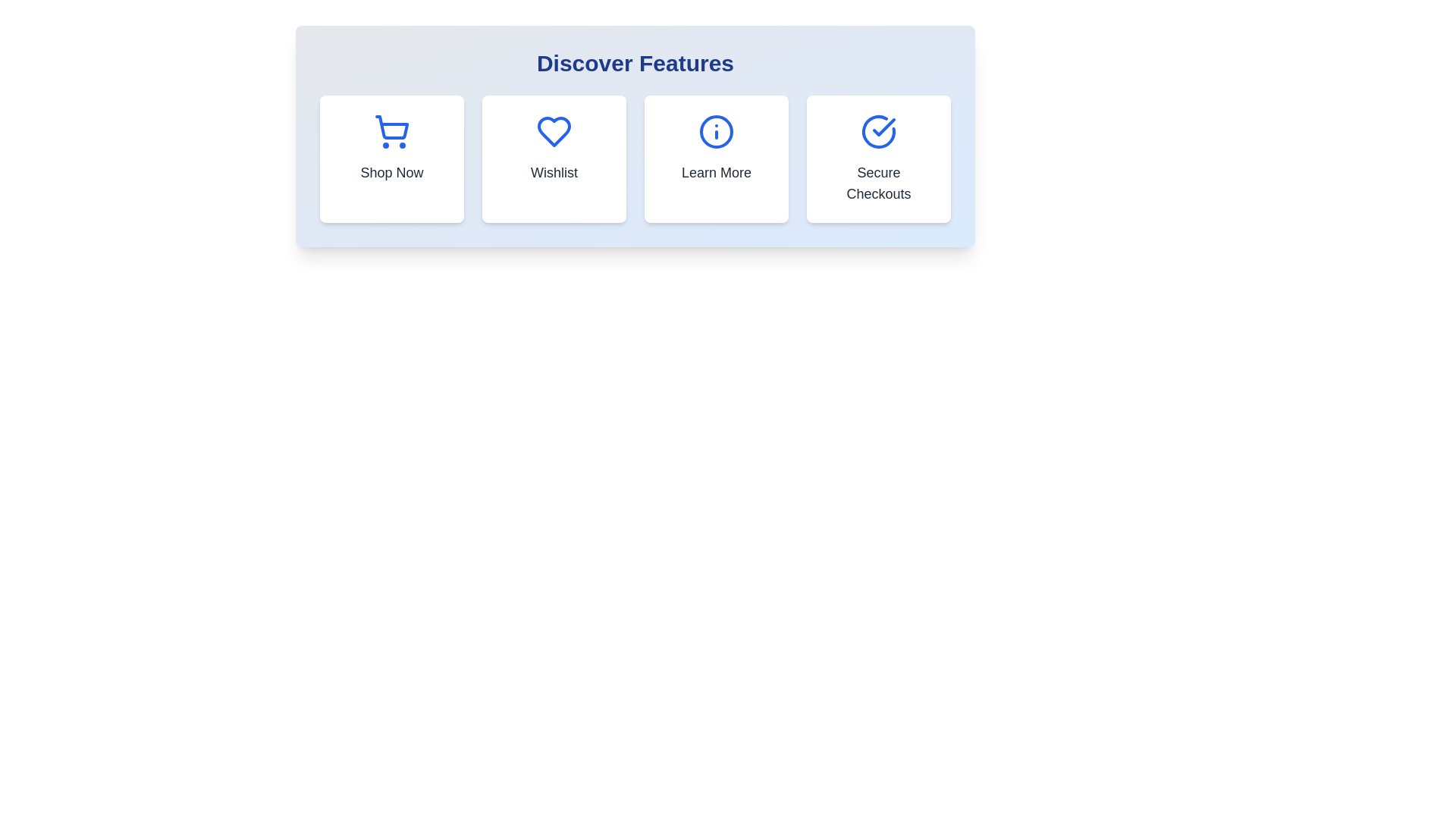 Image resolution: width=1456 pixels, height=819 pixels. Describe the element at coordinates (392, 171) in the screenshot. I see `text displayed in the 'Shop Now' text label, which is in large dark gray font, centered below a blue shopping cart icon` at that location.